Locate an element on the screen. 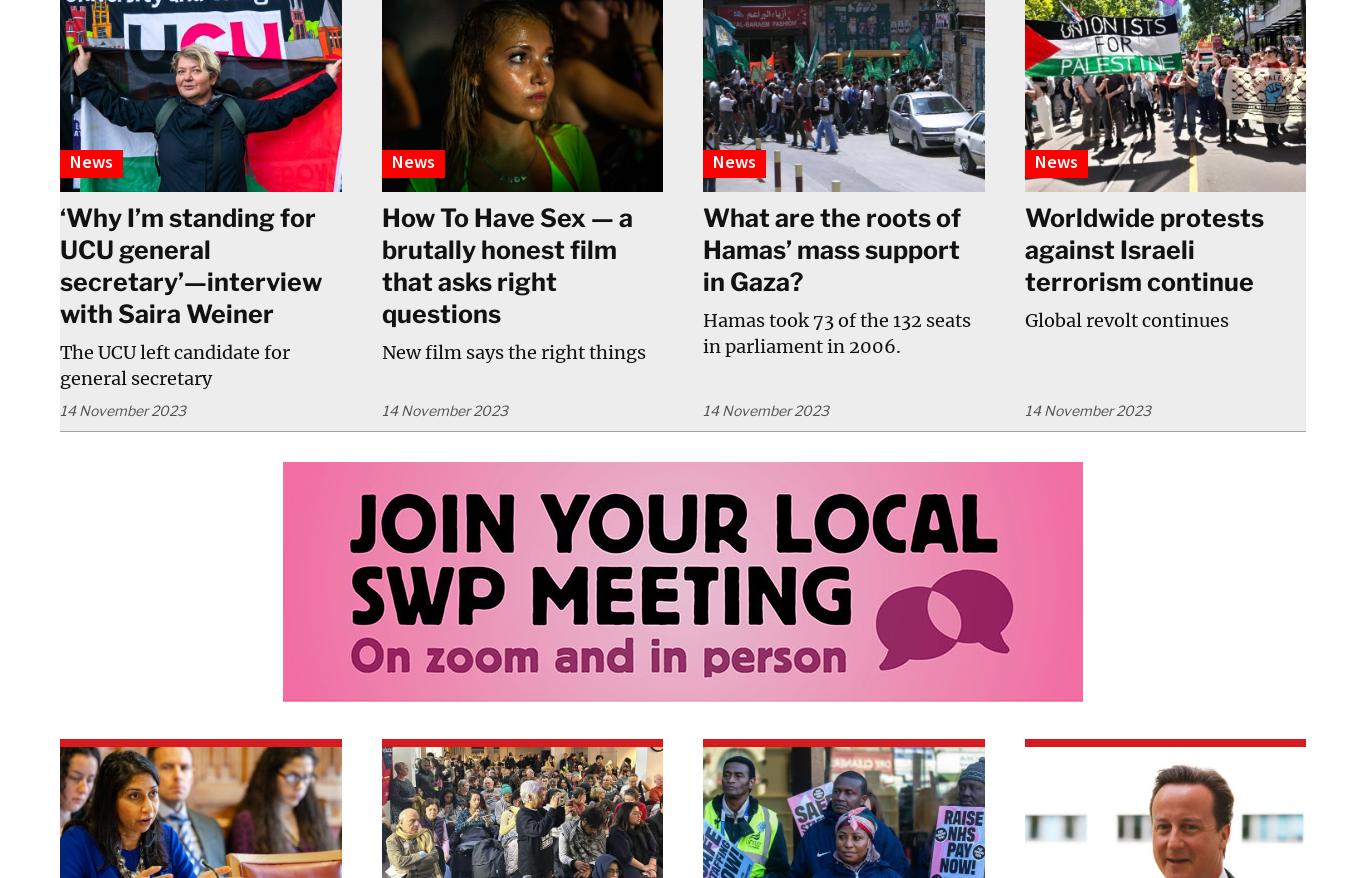 Image resolution: width=1366 pixels, height=878 pixels. 'How To Have Sex — a brutally honest film that asks right questions' is located at coordinates (379, 265).